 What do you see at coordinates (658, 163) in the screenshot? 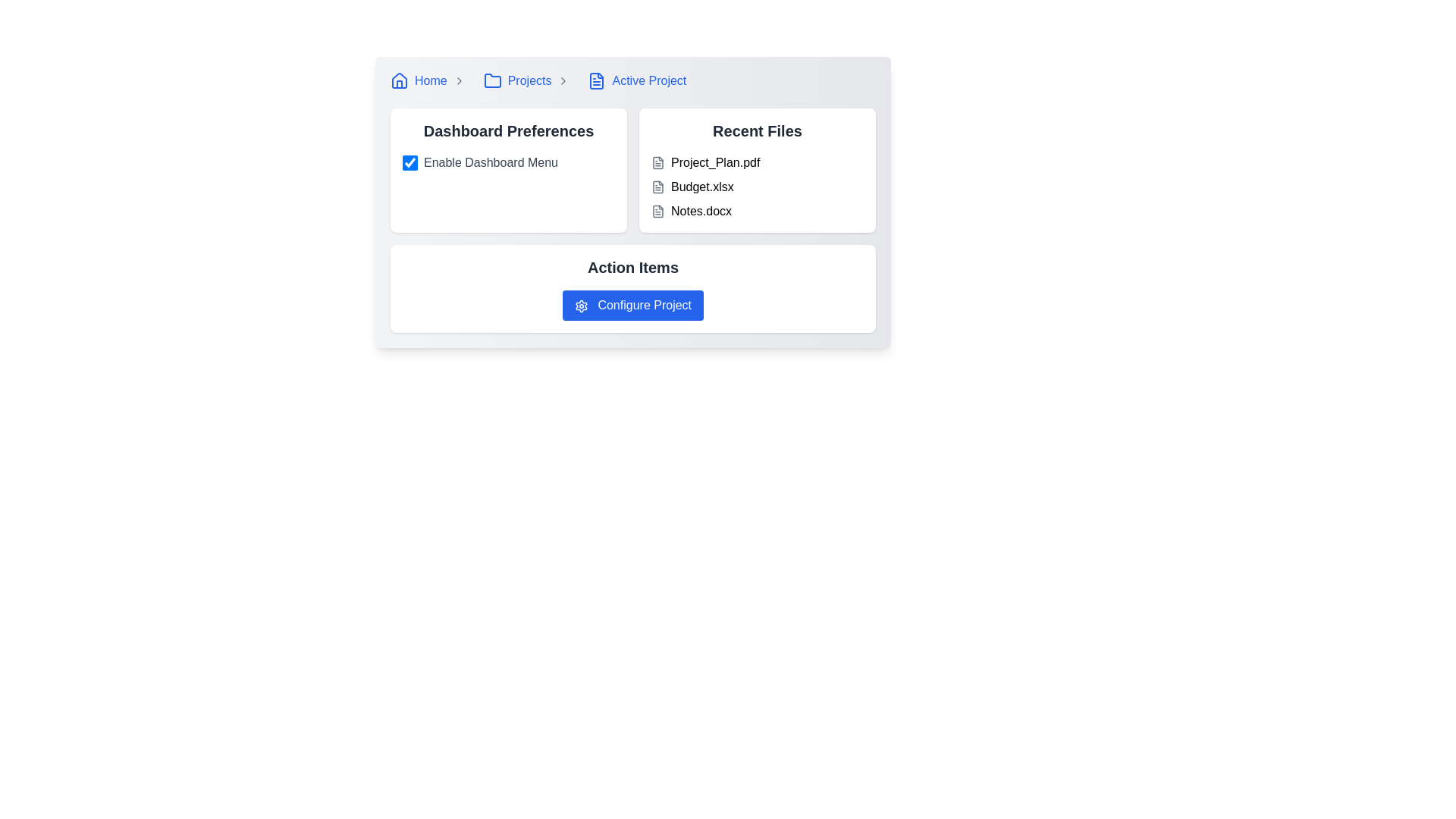
I see `the grayish document icon, which is part of a file-like icon group located on the left side of the recent files list` at bounding box center [658, 163].